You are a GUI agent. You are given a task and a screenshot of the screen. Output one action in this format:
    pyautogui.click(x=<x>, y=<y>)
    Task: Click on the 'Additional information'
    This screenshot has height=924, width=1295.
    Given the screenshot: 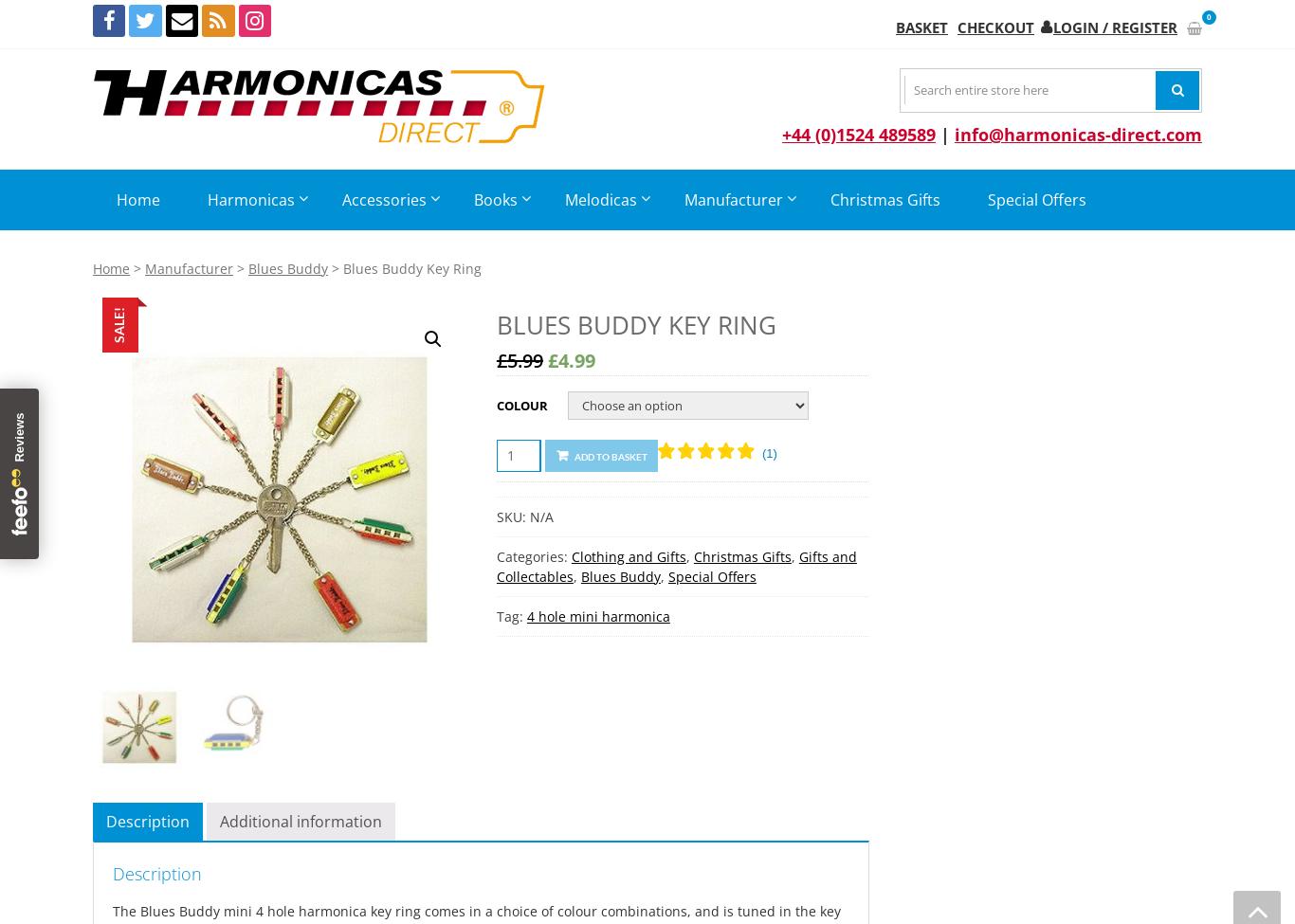 What is the action you would take?
    pyautogui.click(x=301, y=820)
    